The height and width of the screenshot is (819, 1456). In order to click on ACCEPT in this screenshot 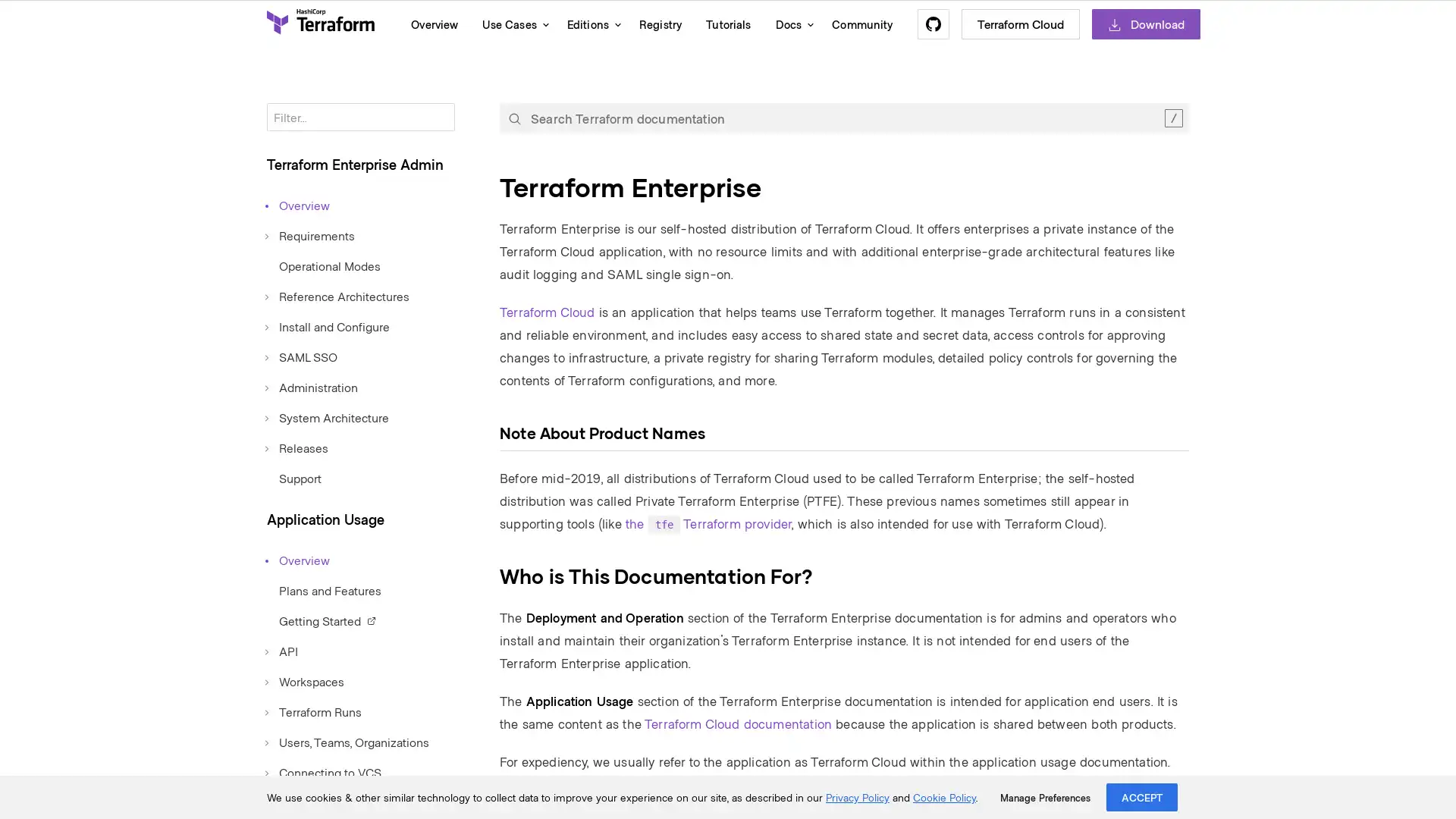, I will do `click(1142, 796)`.